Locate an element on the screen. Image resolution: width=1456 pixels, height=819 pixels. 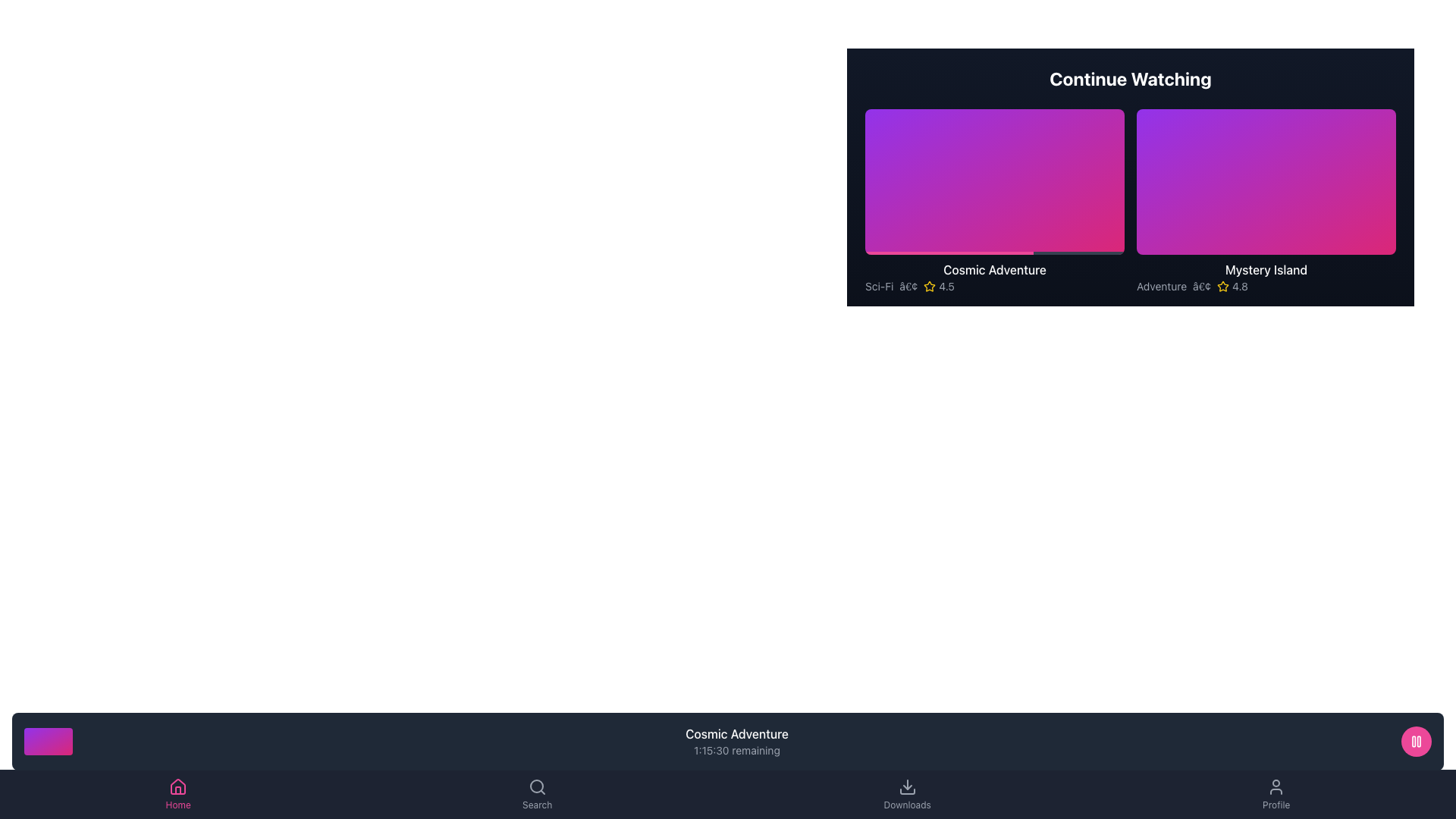
the text element that serves as a separator between the 'Adventure' label and the '4.8' rating in the second card of the 'Continue Watching' section is located at coordinates (1201, 287).